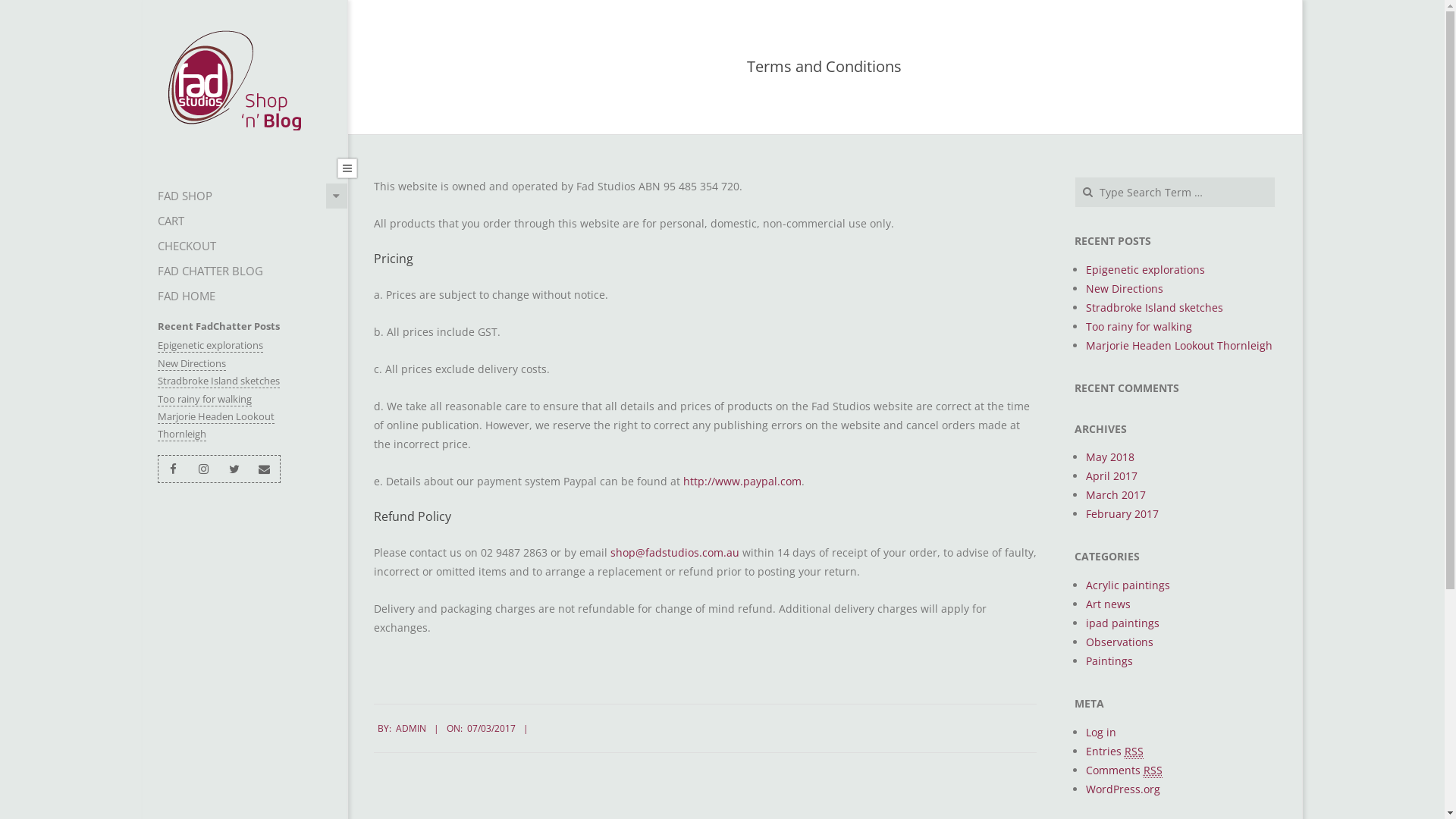 This screenshot has height=819, width=1456. I want to click on 'Log in', so click(1084, 731).